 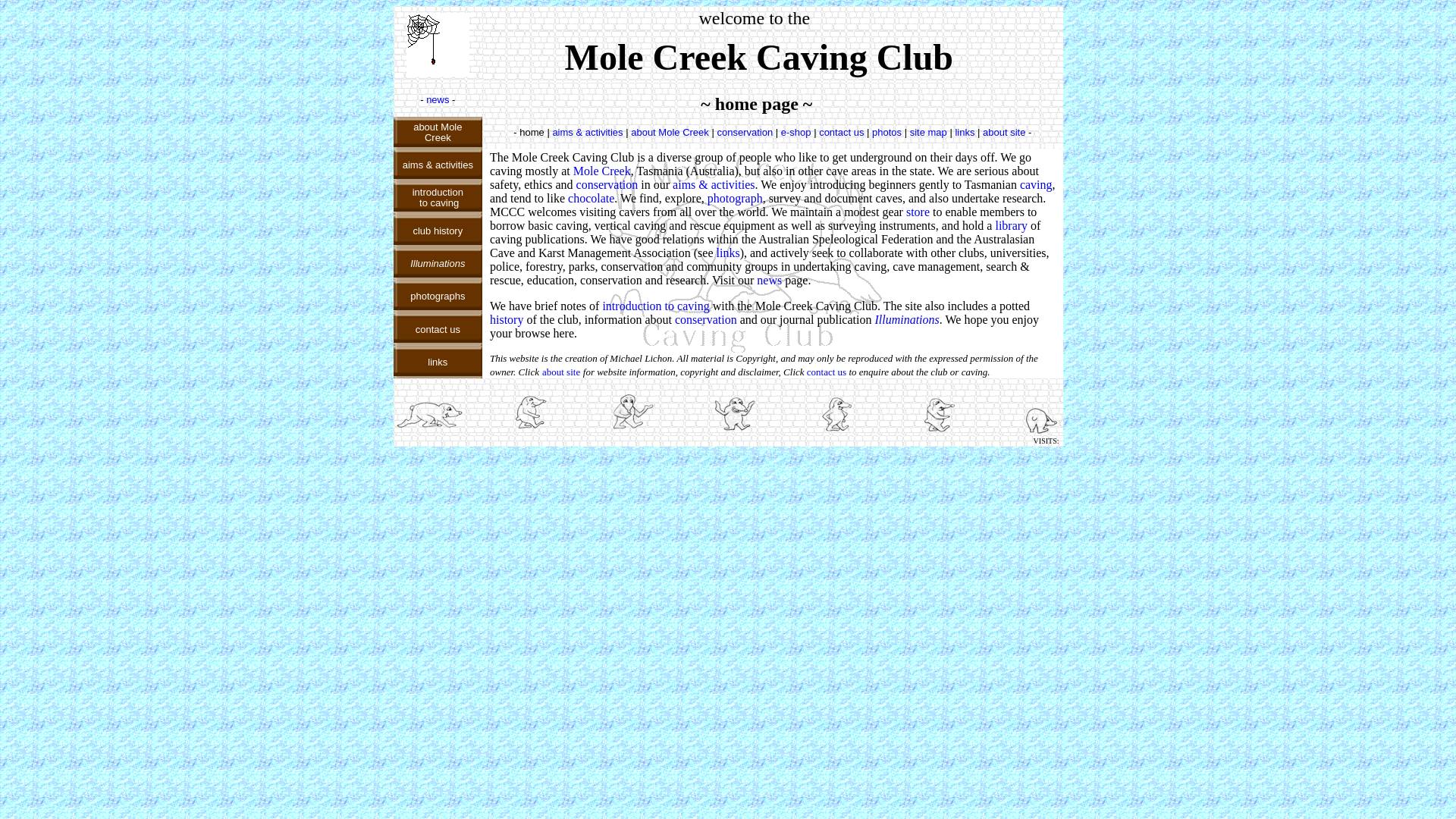 I want to click on 'news', so click(x=436, y=99).